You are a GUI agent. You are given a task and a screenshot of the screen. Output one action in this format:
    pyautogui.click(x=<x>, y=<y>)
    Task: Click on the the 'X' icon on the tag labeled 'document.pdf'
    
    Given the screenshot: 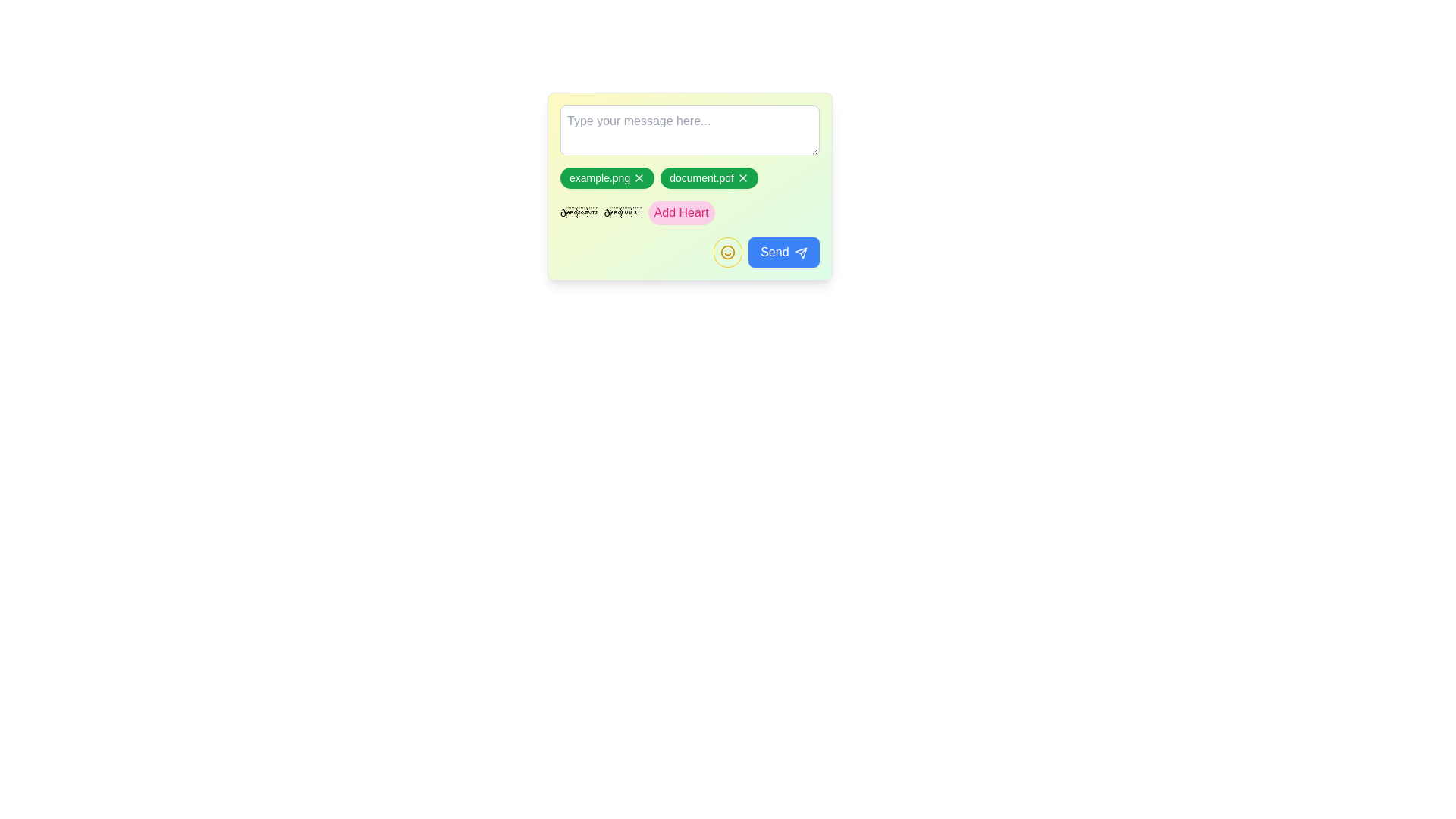 What is the action you would take?
    pyautogui.click(x=708, y=177)
    